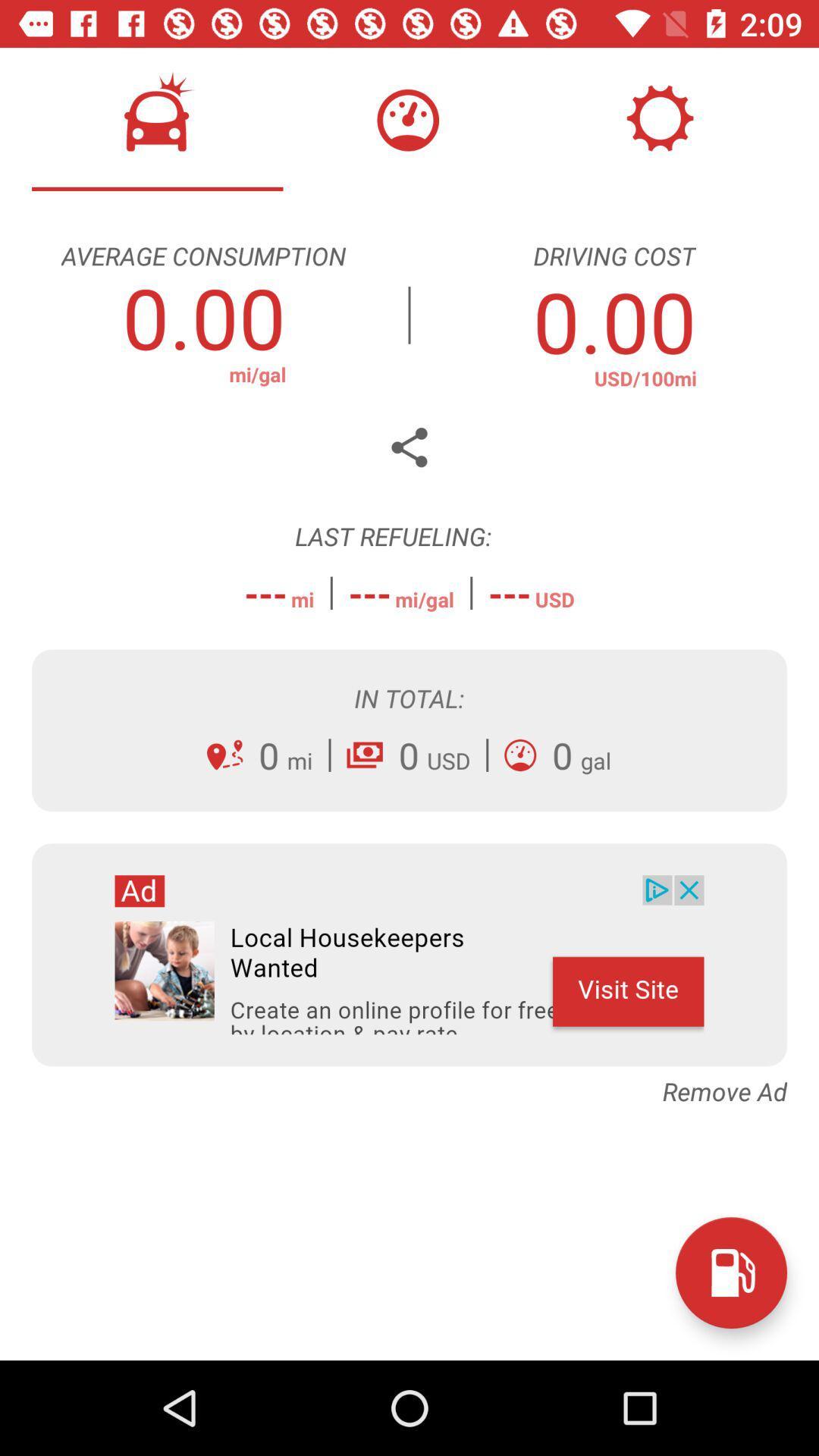 The width and height of the screenshot is (819, 1456). What do you see at coordinates (730, 1272) in the screenshot?
I see `get fuel` at bounding box center [730, 1272].